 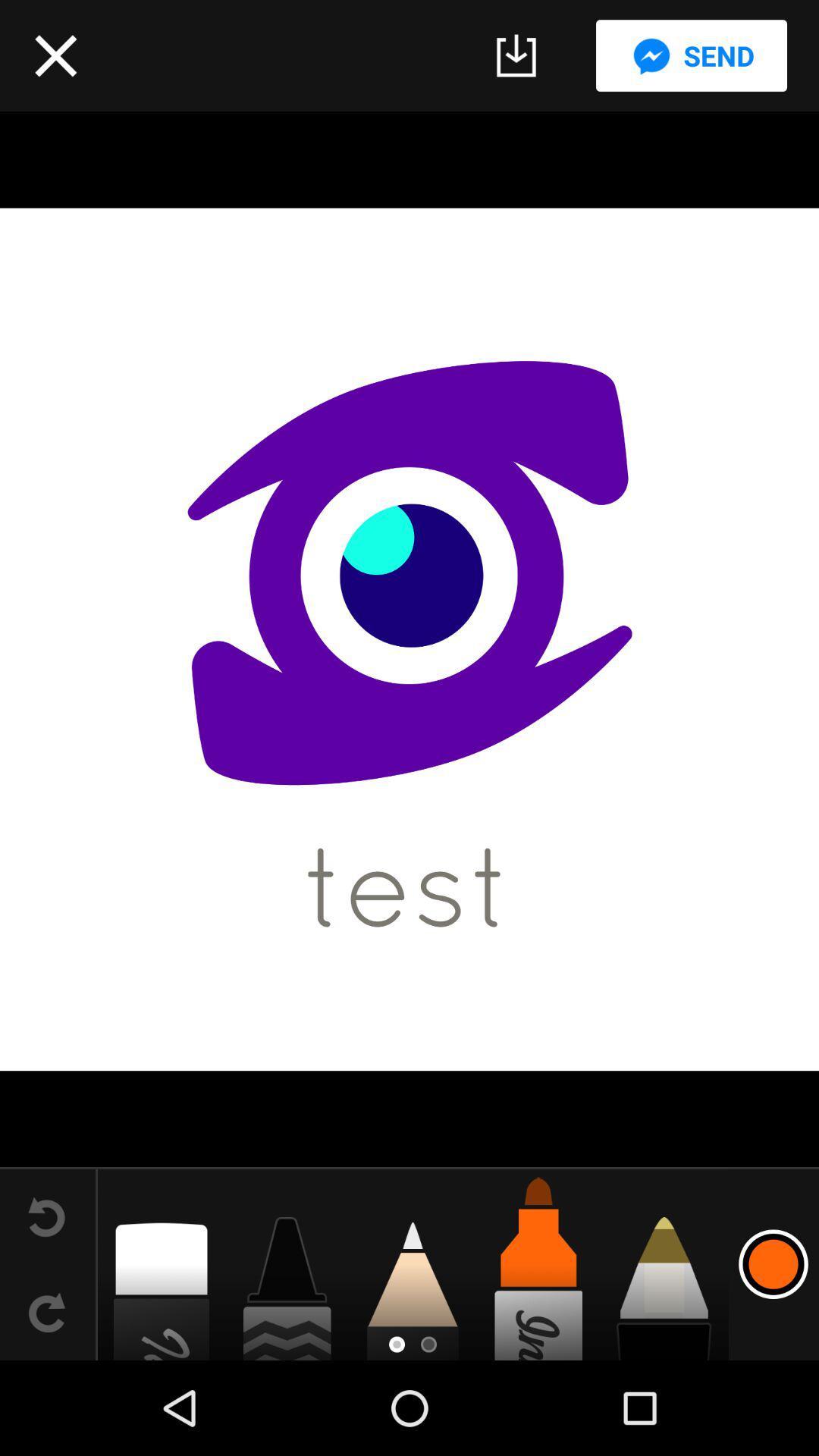 What do you see at coordinates (46, 1312) in the screenshot?
I see `the refresh icon` at bounding box center [46, 1312].